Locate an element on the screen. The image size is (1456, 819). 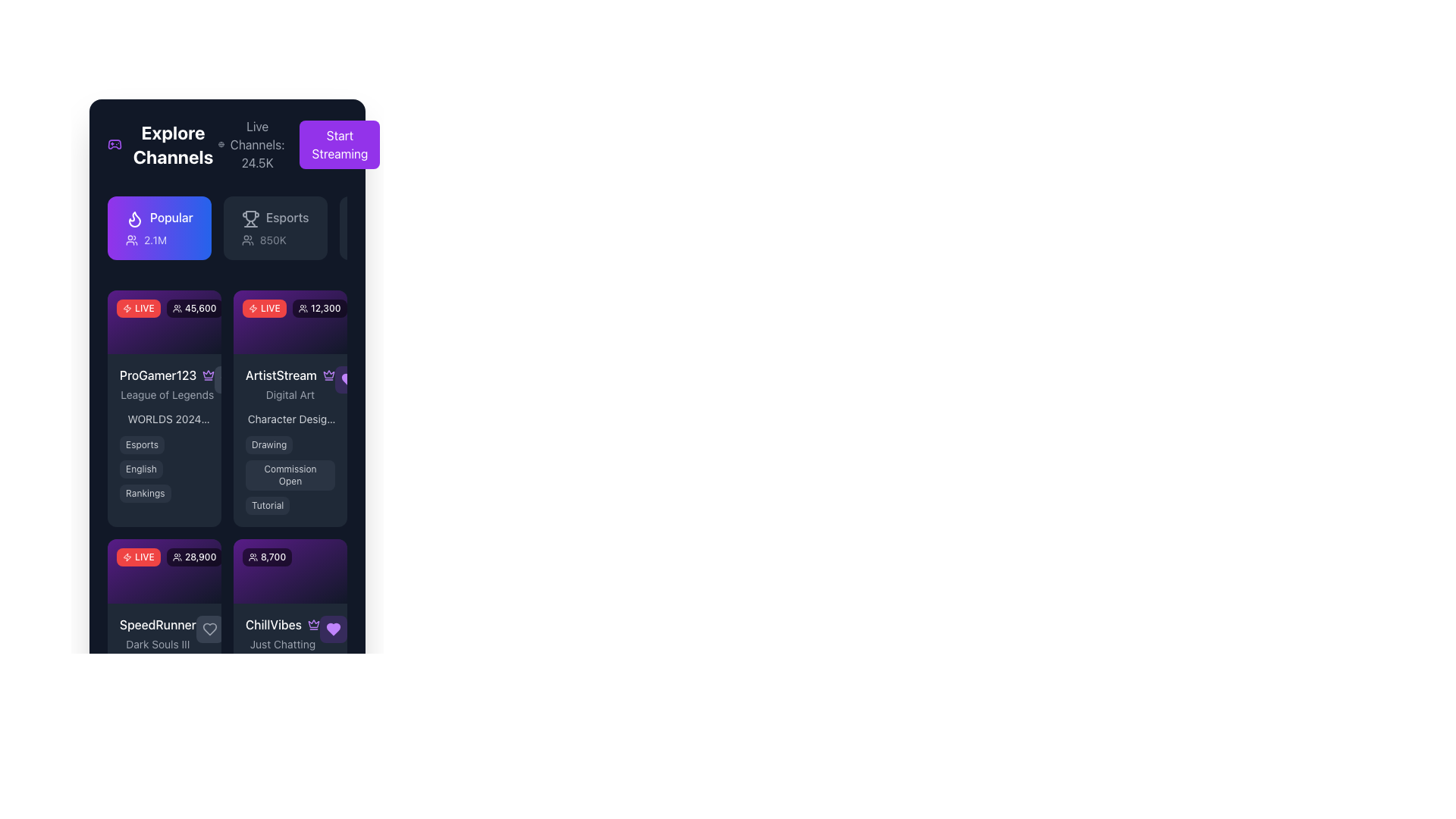
the 'English' label is located at coordinates (164, 468).